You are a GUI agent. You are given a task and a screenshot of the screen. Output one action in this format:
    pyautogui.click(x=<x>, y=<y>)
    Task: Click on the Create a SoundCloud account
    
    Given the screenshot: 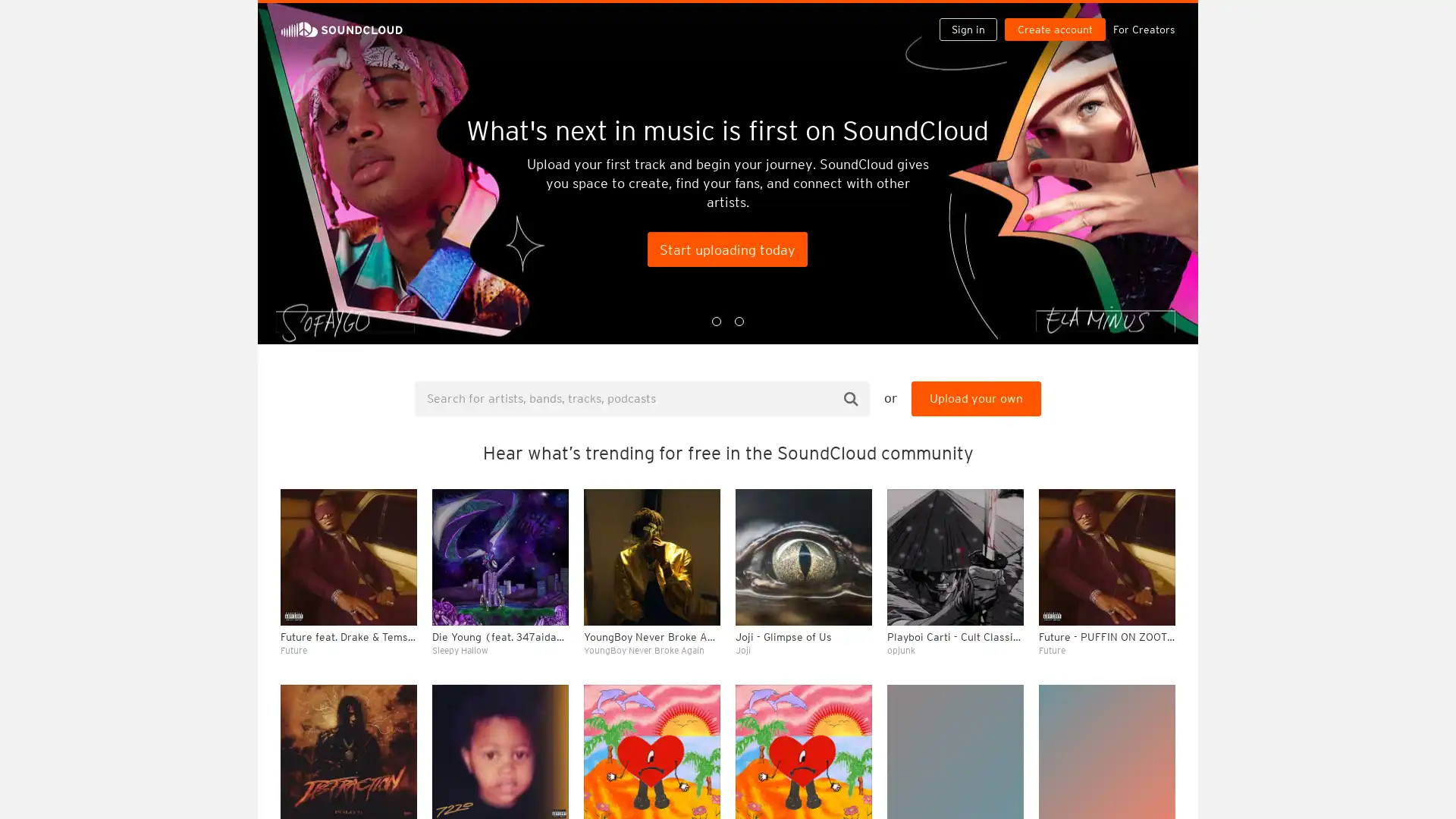 What is the action you would take?
    pyautogui.click(x=1054, y=29)
    